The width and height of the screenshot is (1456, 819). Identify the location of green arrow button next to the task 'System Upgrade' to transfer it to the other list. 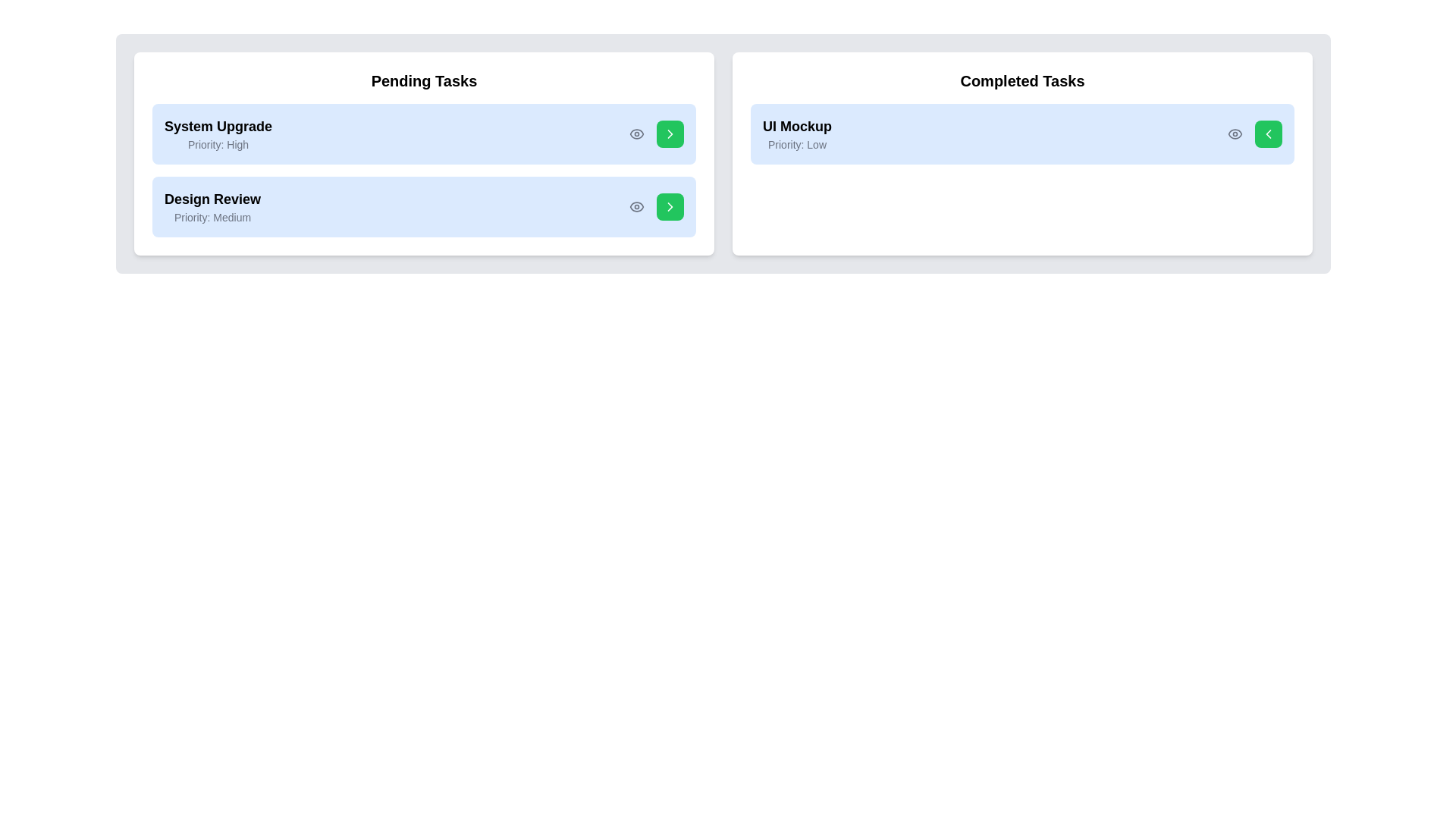
(669, 133).